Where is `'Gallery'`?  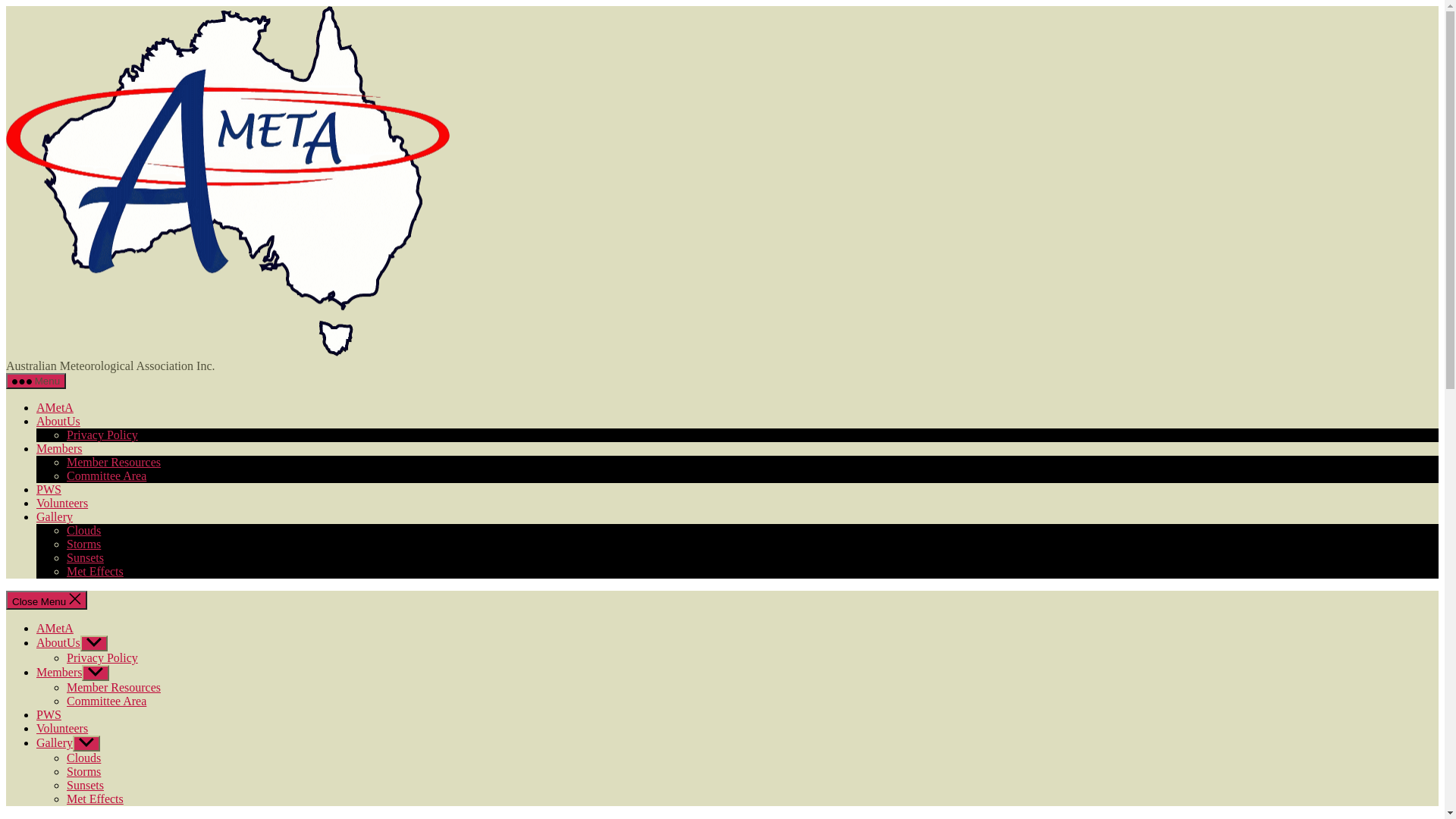 'Gallery' is located at coordinates (55, 516).